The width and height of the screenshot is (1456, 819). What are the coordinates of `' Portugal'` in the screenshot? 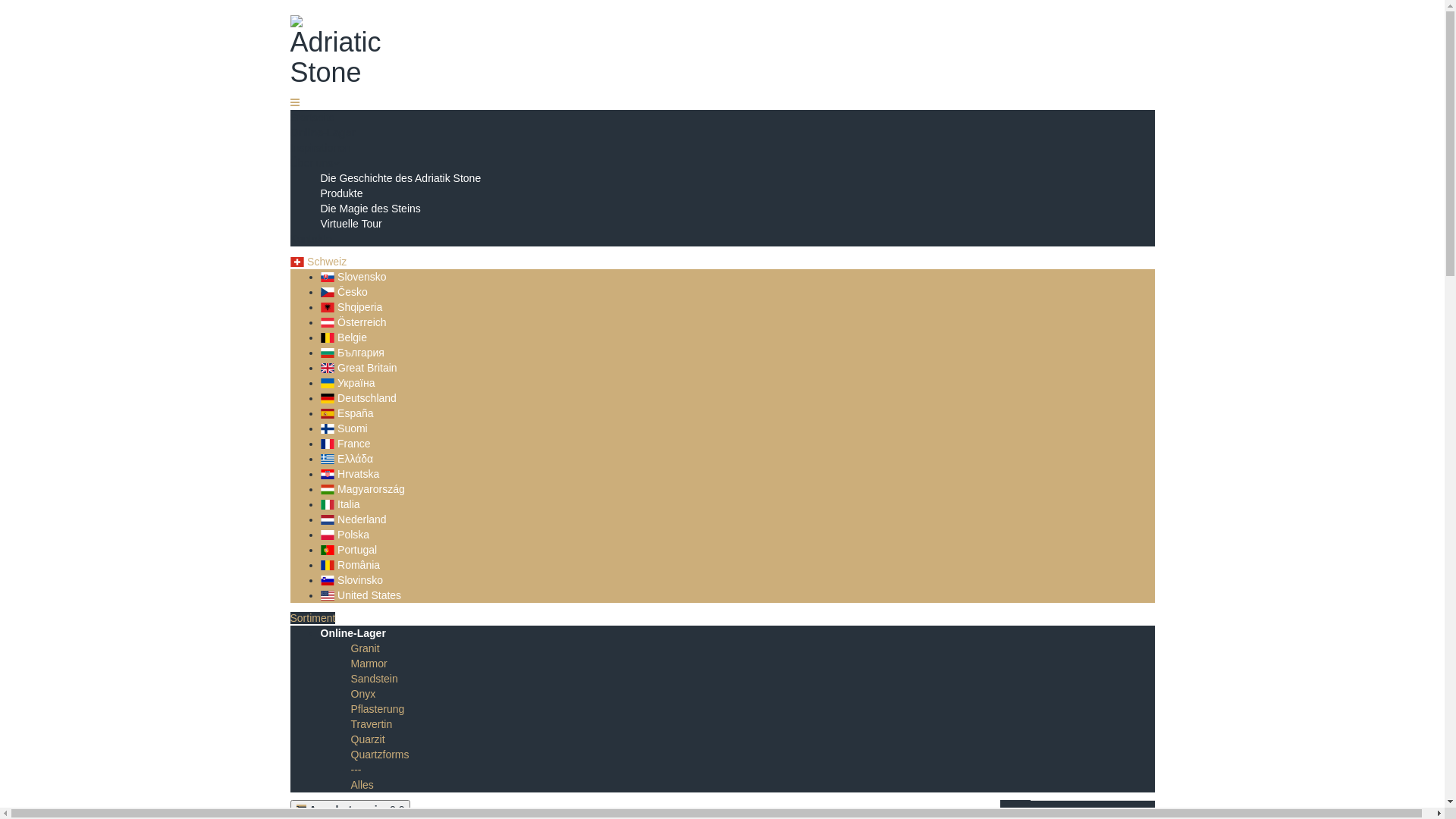 It's located at (347, 550).